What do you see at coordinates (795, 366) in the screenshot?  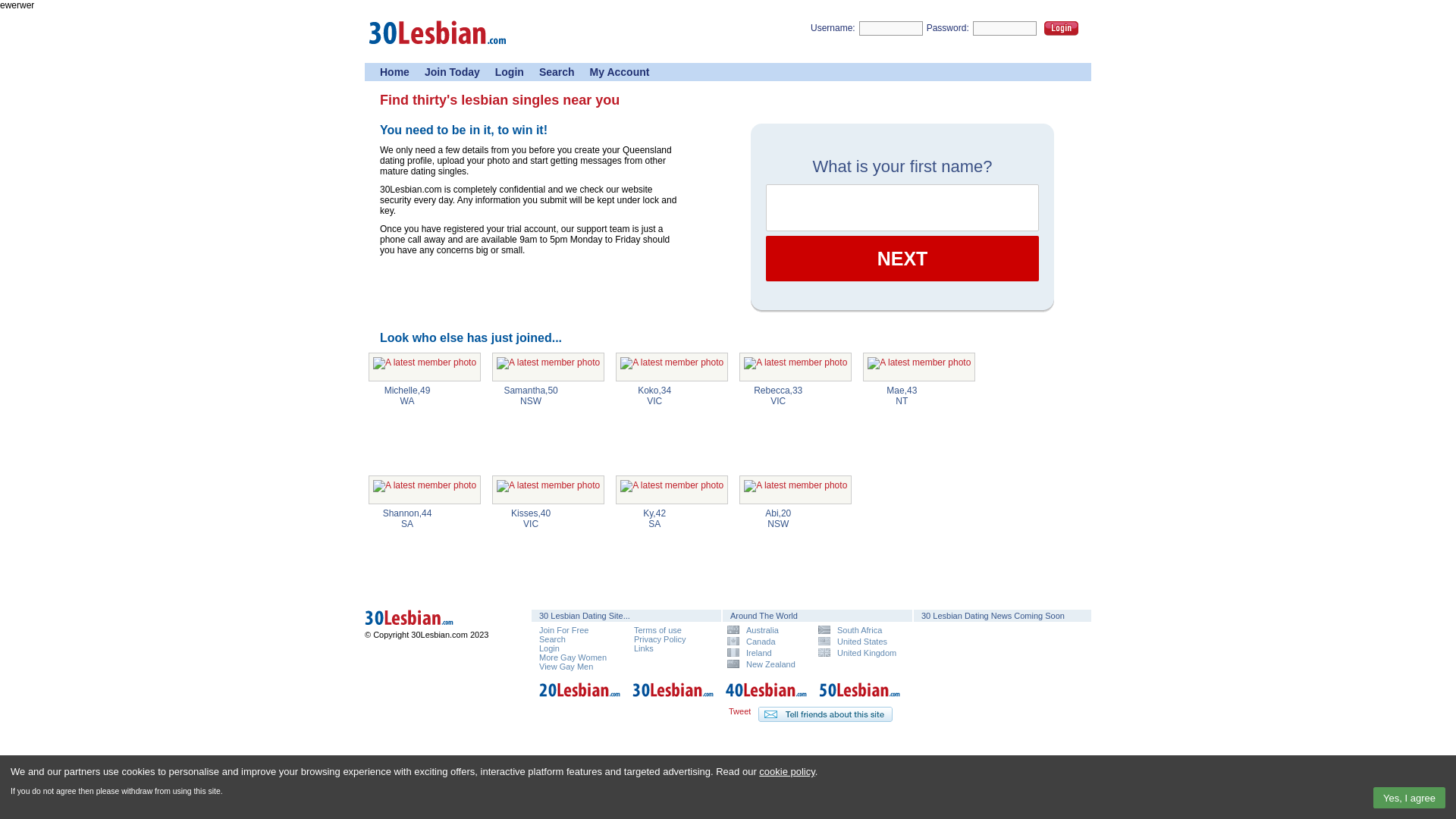 I see `'Rebecca, 33 from Mildura, VIC'` at bounding box center [795, 366].